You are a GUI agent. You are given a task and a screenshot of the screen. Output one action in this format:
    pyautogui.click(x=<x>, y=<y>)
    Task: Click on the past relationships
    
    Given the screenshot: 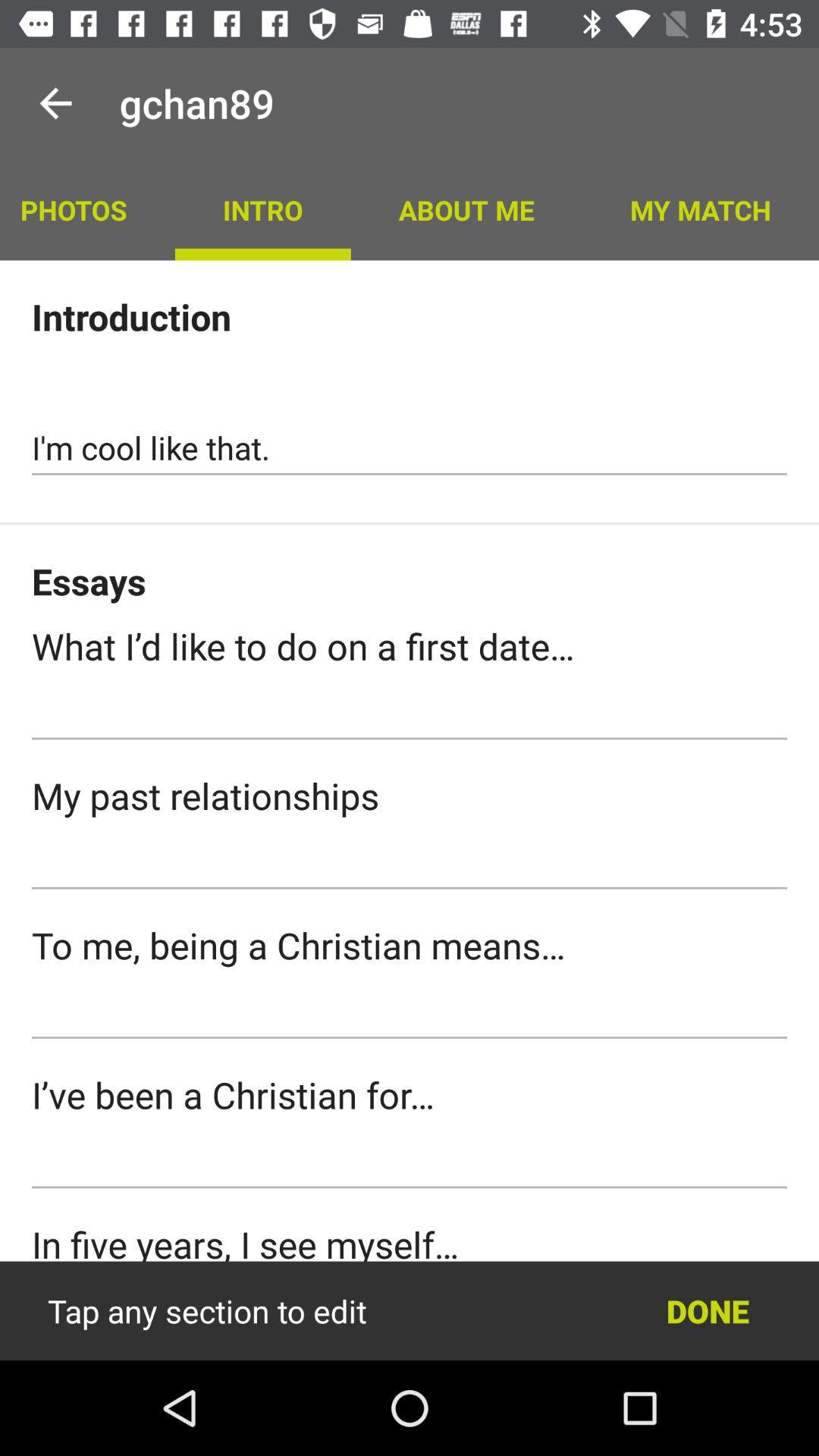 What is the action you would take?
    pyautogui.click(x=409, y=862)
    